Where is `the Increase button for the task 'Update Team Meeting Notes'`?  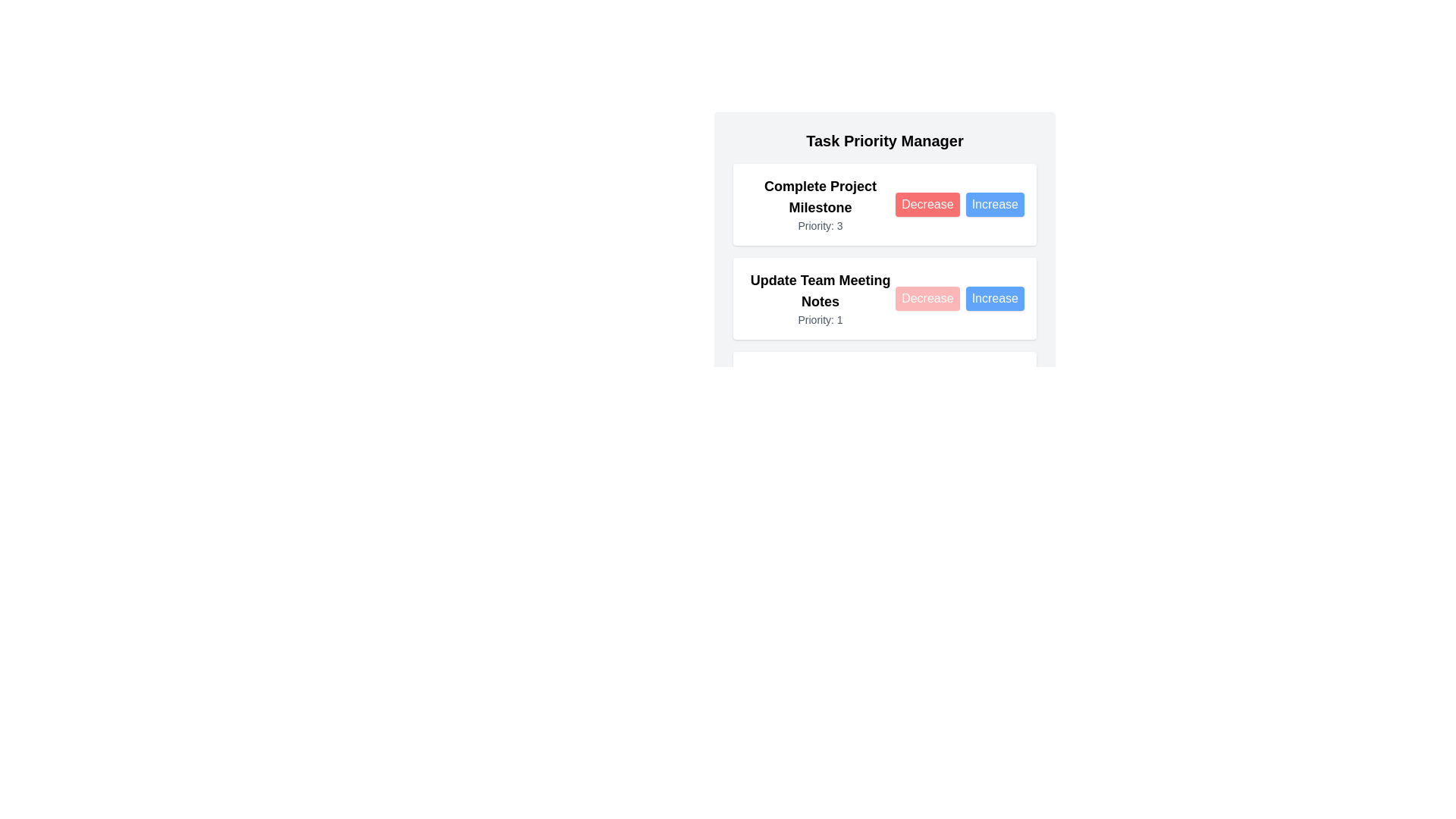 the Increase button for the task 'Update Team Meeting Notes' is located at coordinates (994, 298).